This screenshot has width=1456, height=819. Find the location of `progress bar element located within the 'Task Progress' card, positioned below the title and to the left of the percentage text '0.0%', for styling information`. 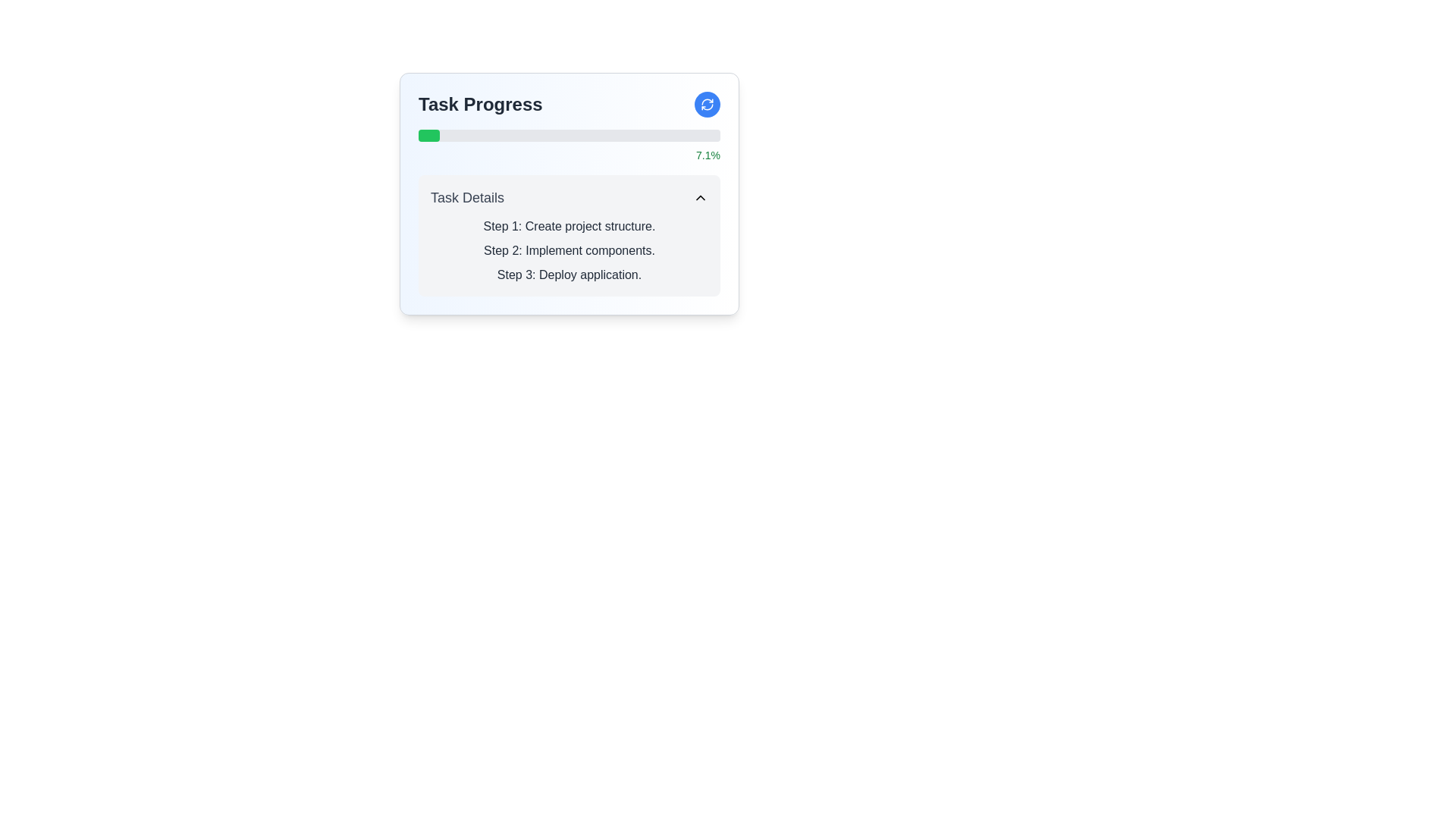

progress bar element located within the 'Task Progress' card, positioned below the title and to the left of the percentage text '0.0%', for styling information is located at coordinates (568, 134).